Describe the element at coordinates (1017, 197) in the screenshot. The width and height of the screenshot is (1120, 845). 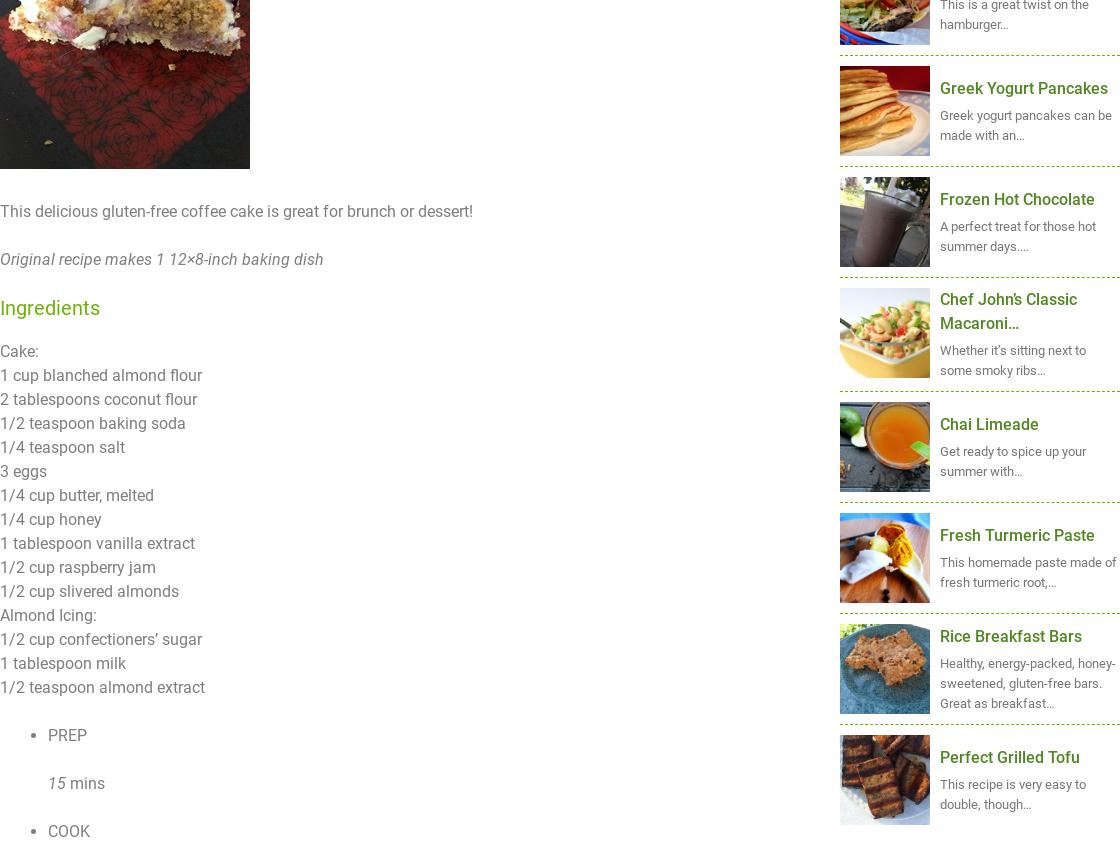
I see `'Frozen Hot Chocolate'` at that location.